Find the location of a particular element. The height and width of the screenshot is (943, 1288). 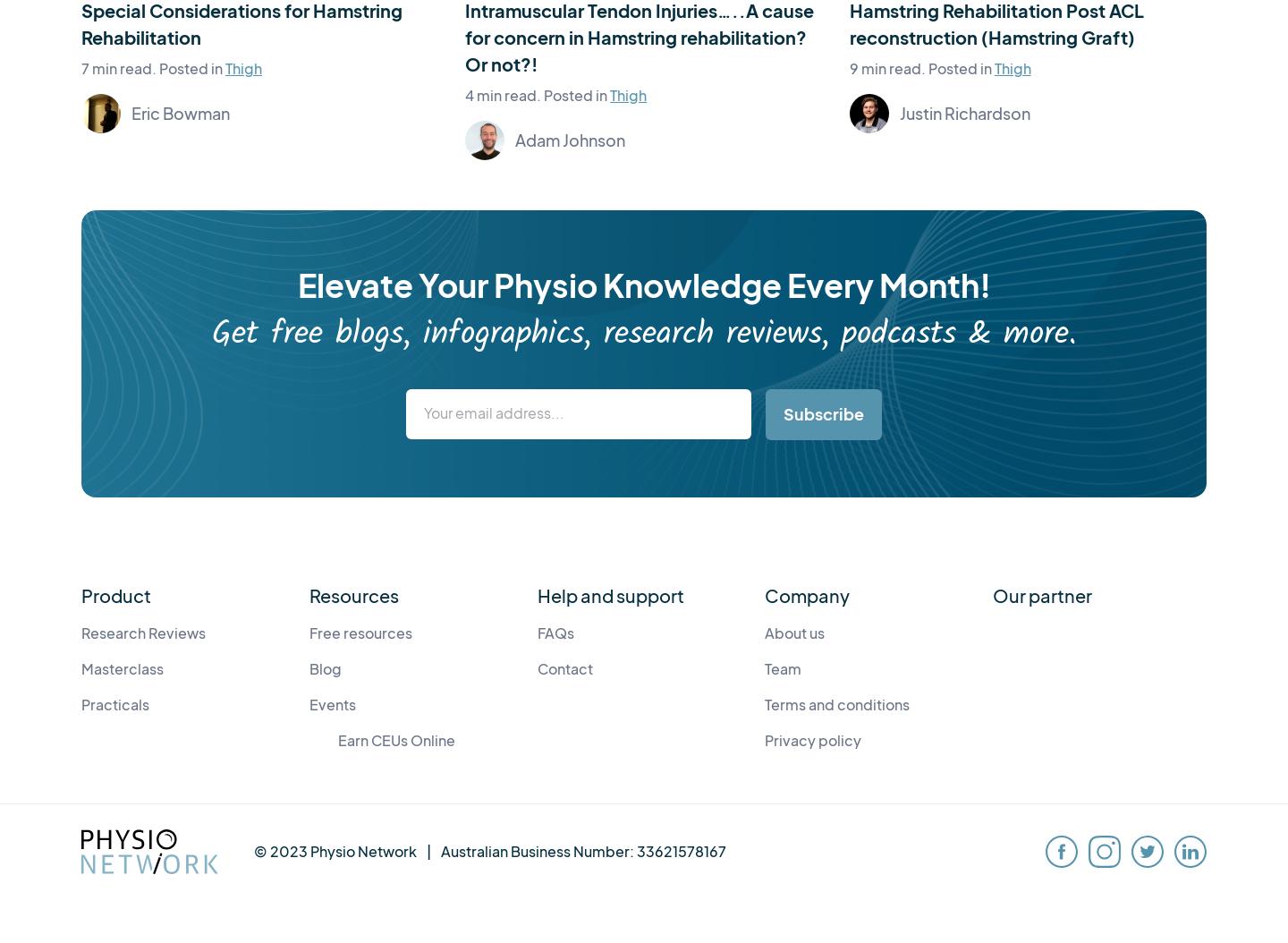

'Eric Bowman' is located at coordinates (181, 113).